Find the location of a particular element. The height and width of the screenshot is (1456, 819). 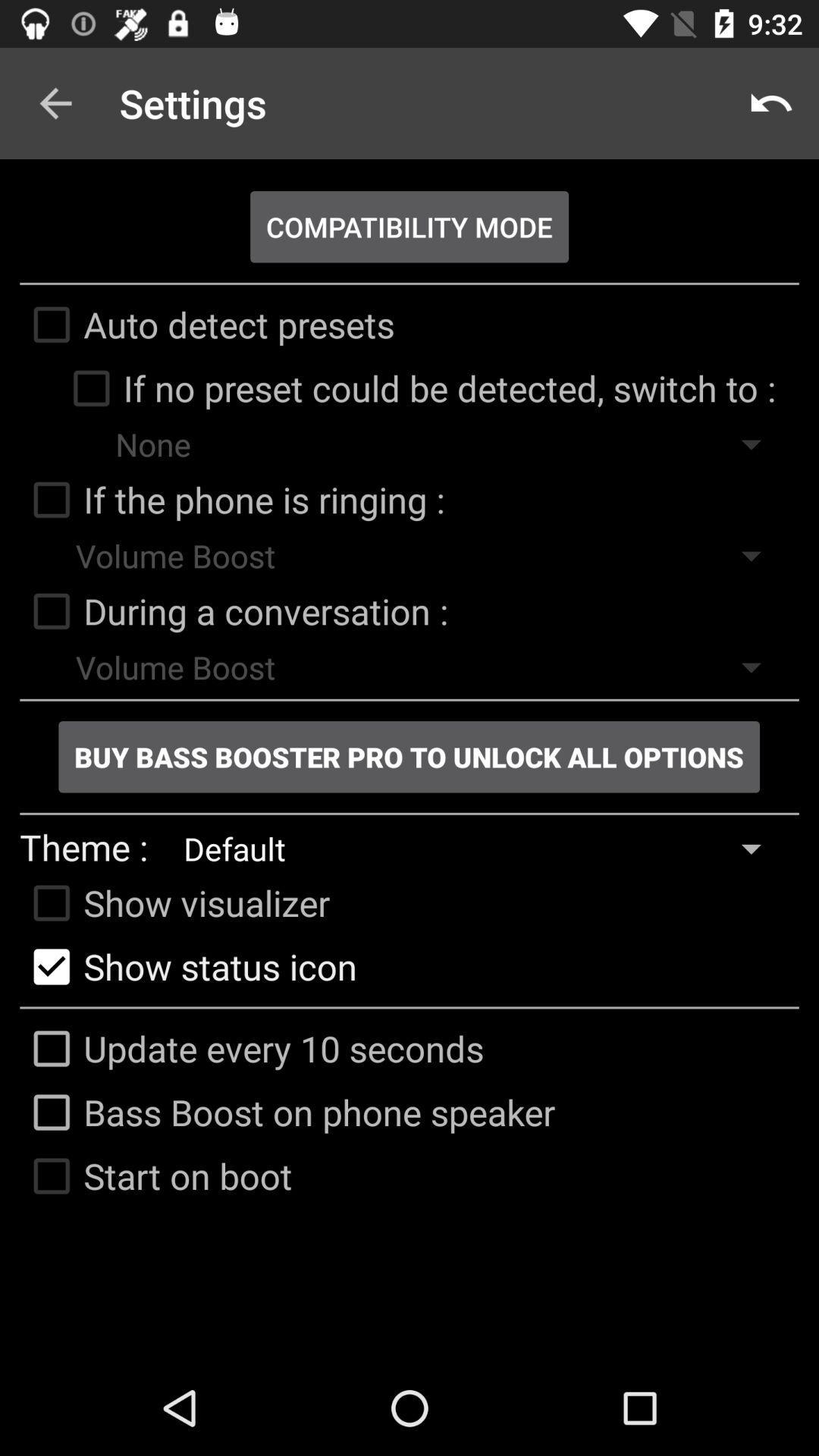

the compatibility mode item is located at coordinates (409, 226).